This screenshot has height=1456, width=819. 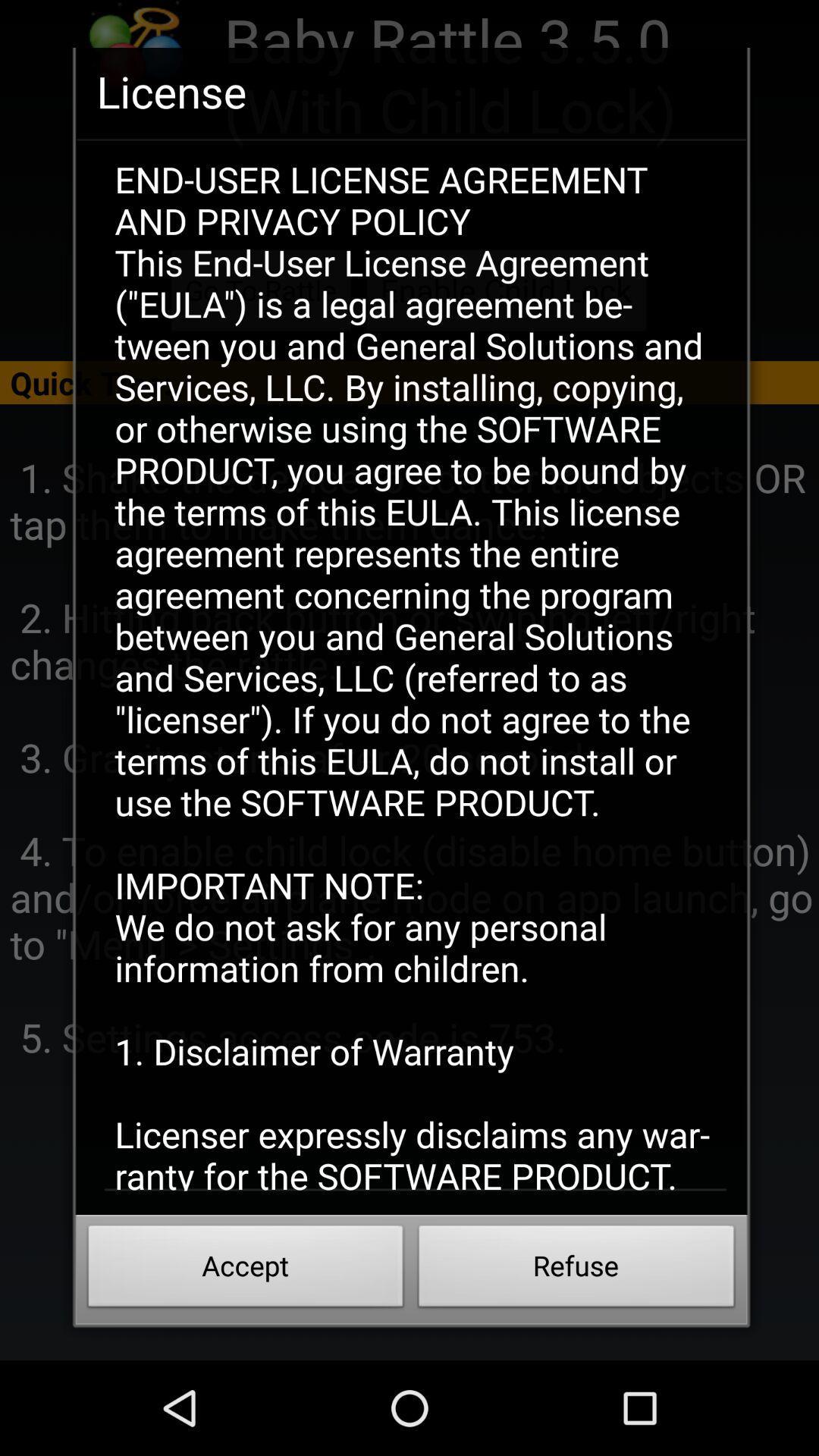 What do you see at coordinates (245, 1270) in the screenshot?
I see `the accept button` at bounding box center [245, 1270].